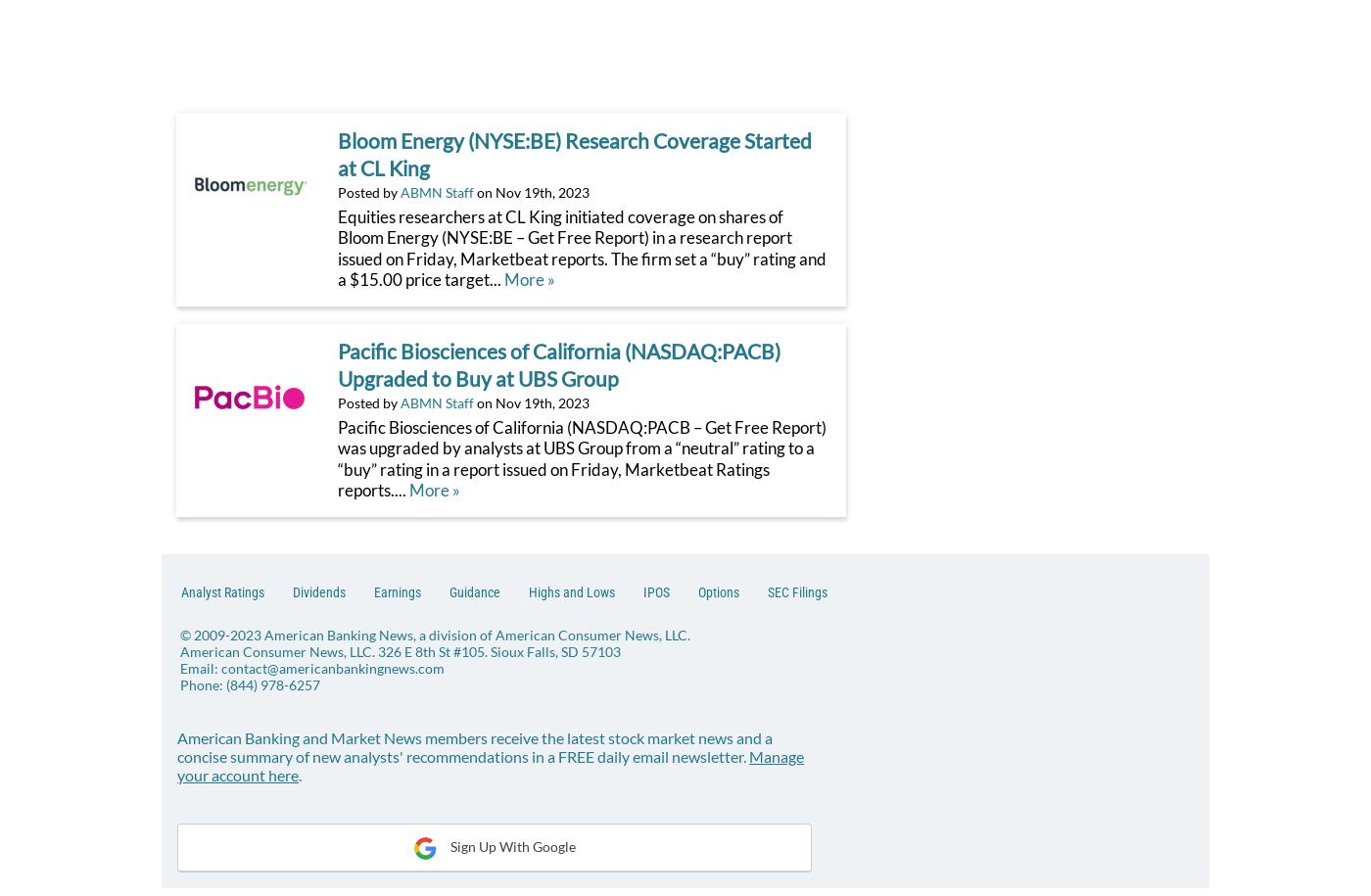 The image size is (1371, 896). Describe the element at coordinates (474, 589) in the screenshot. I see `'Guidance'` at that location.